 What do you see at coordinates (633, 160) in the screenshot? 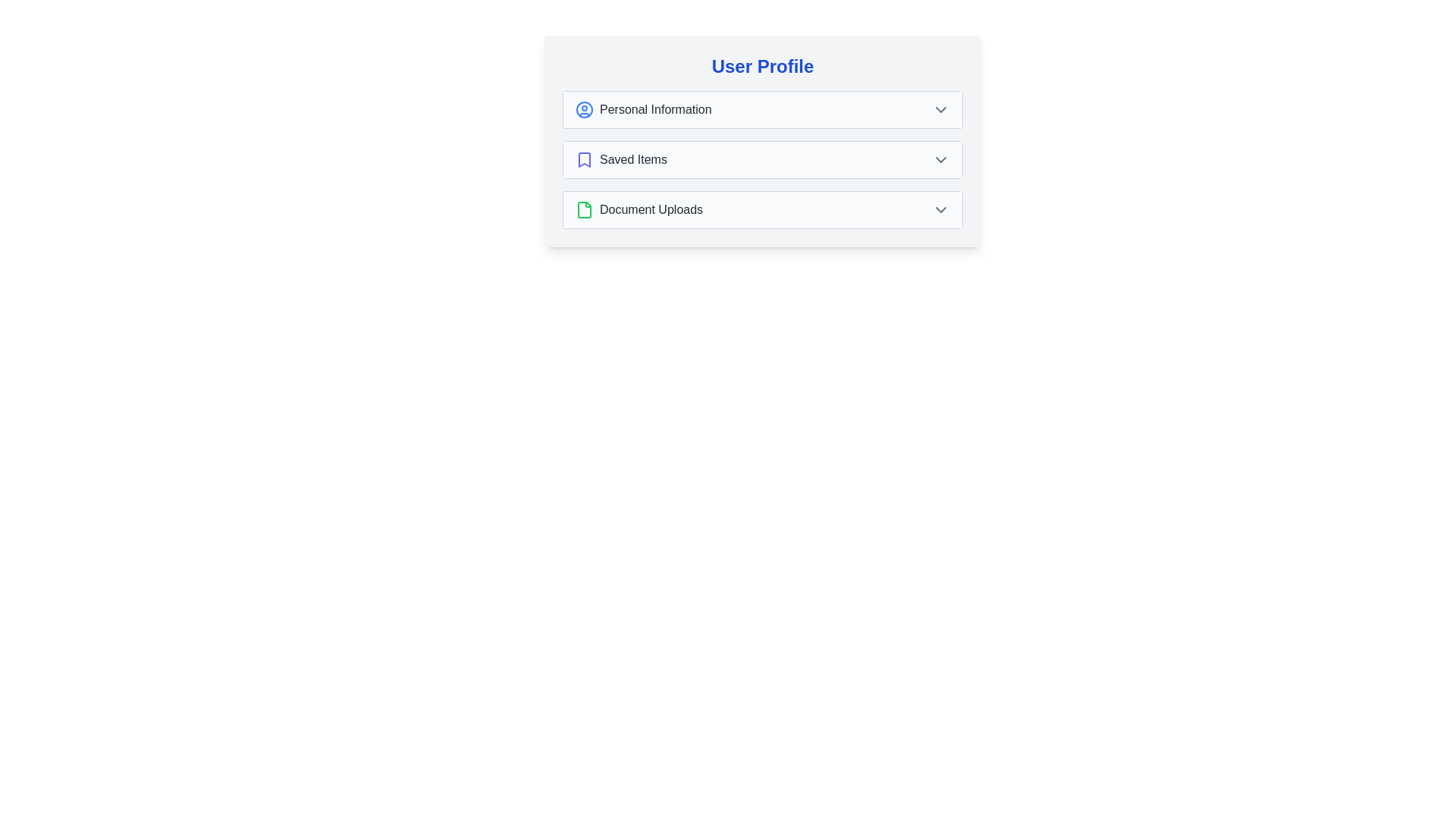
I see `the text label 'Saved Items' which is displayed in bold, gray font, located next to a blue bookmark icon in the User Profile section` at bounding box center [633, 160].